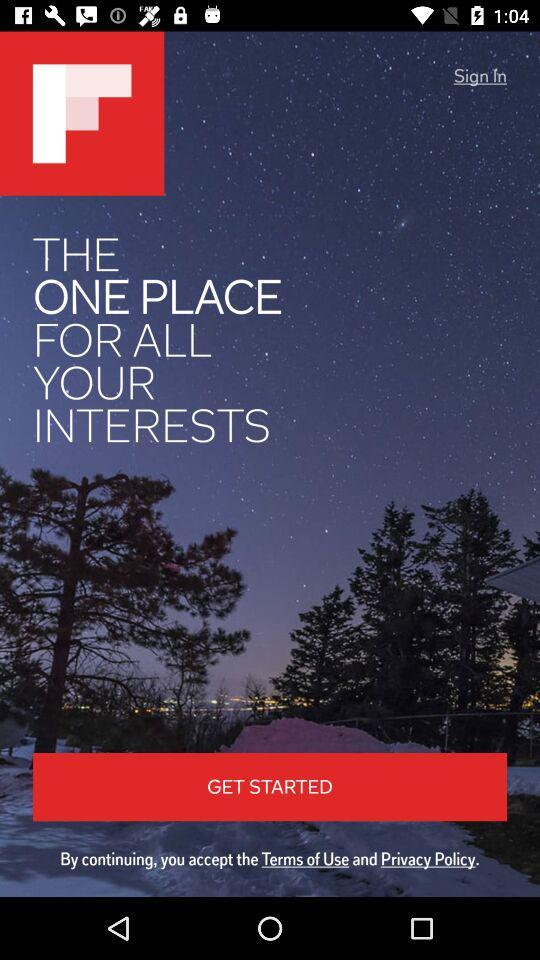  Describe the element at coordinates (479, 76) in the screenshot. I see `item at the top right corner` at that location.